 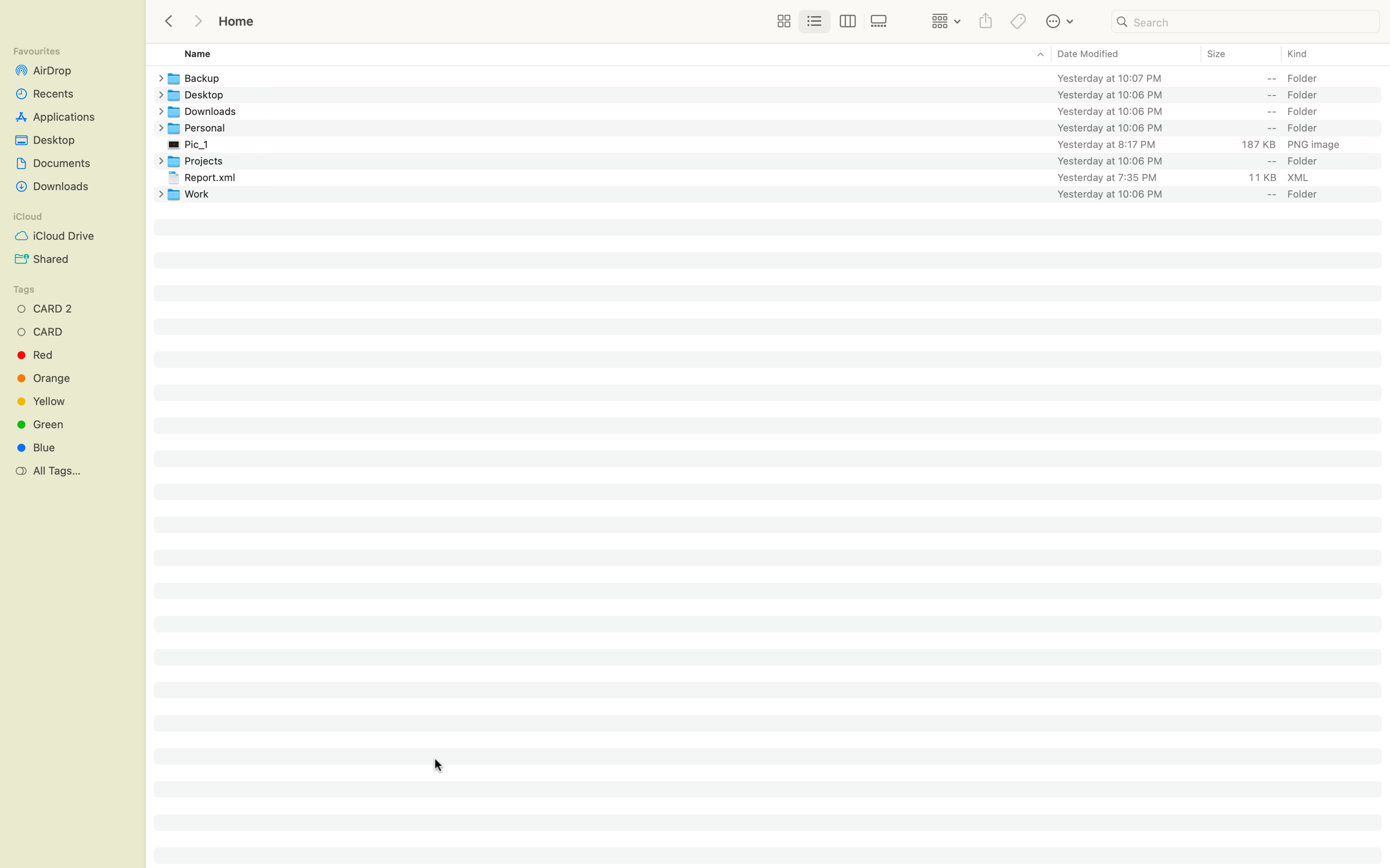 What do you see at coordinates (598, 55) in the screenshot?
I see `Organize the files by name in descending sequence` at bounding box center [598, 55].